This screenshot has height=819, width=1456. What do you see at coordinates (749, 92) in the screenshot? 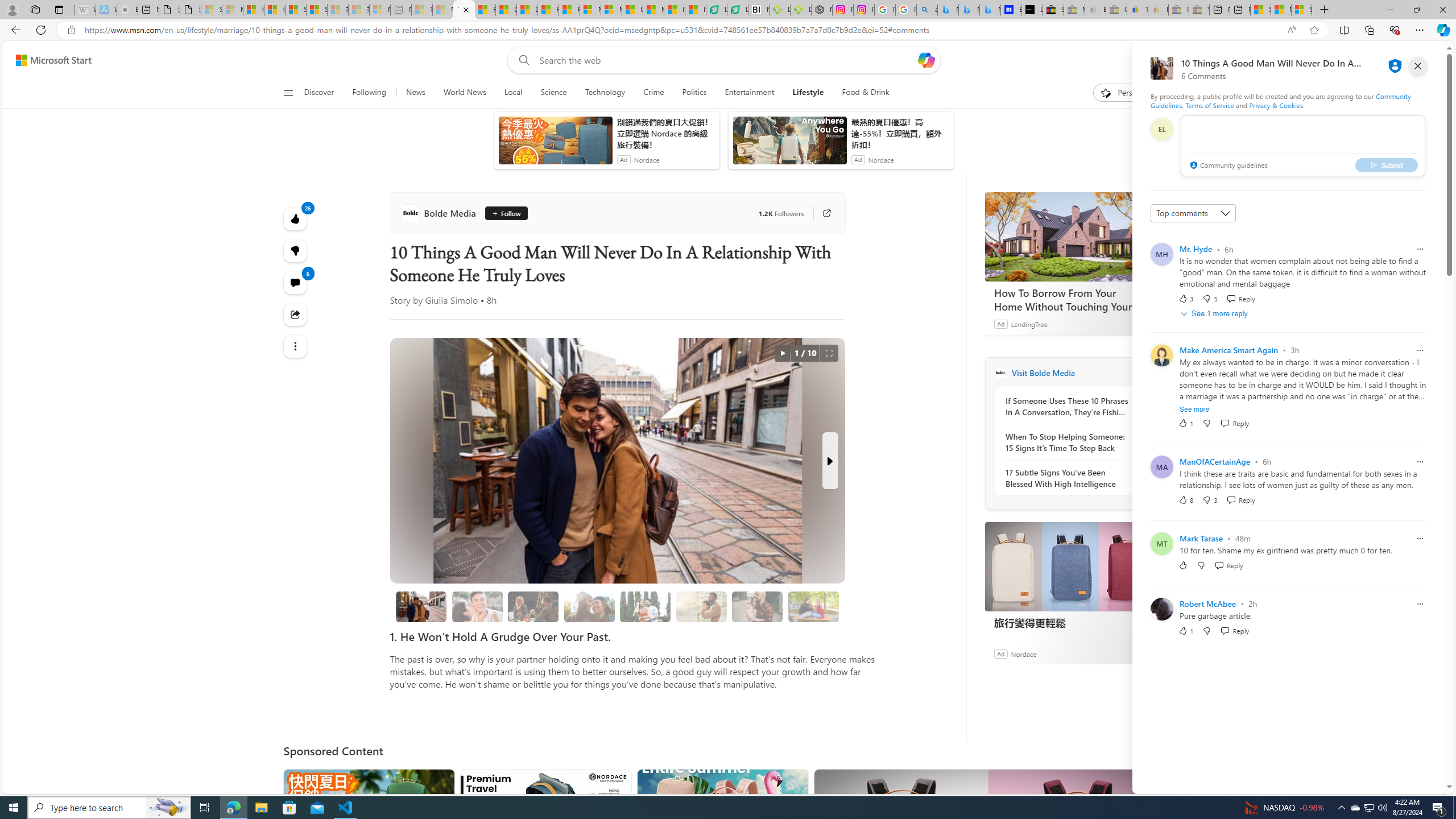
I see `'Entertainment'` at bounding box center [749, 92].